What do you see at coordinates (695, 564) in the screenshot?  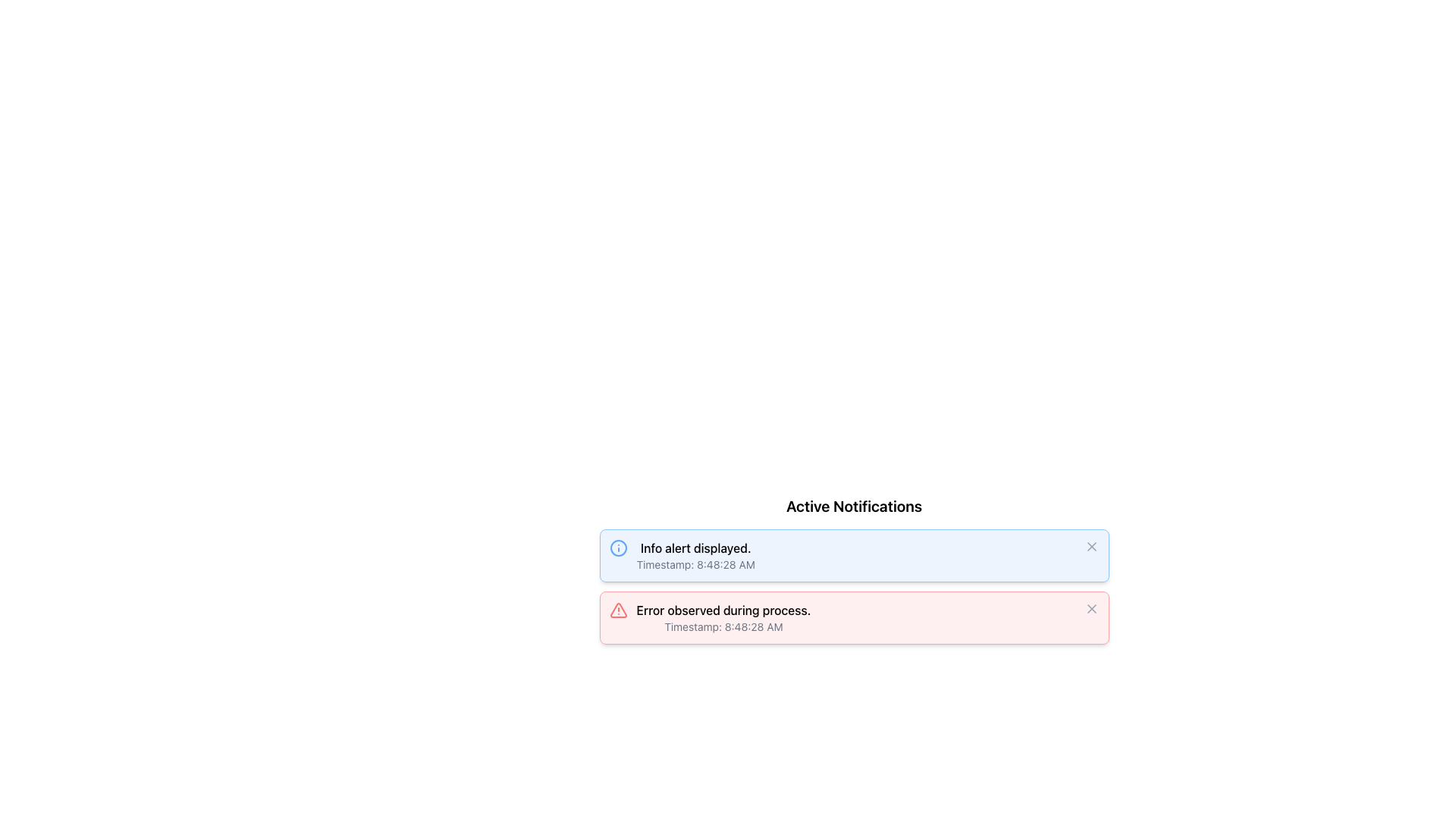 I see `the text display showing the timestamp '8:48:28 AM' located underneath the 'Info alert displayed.' text within a blue notification box` at bounding box center [695, 564].